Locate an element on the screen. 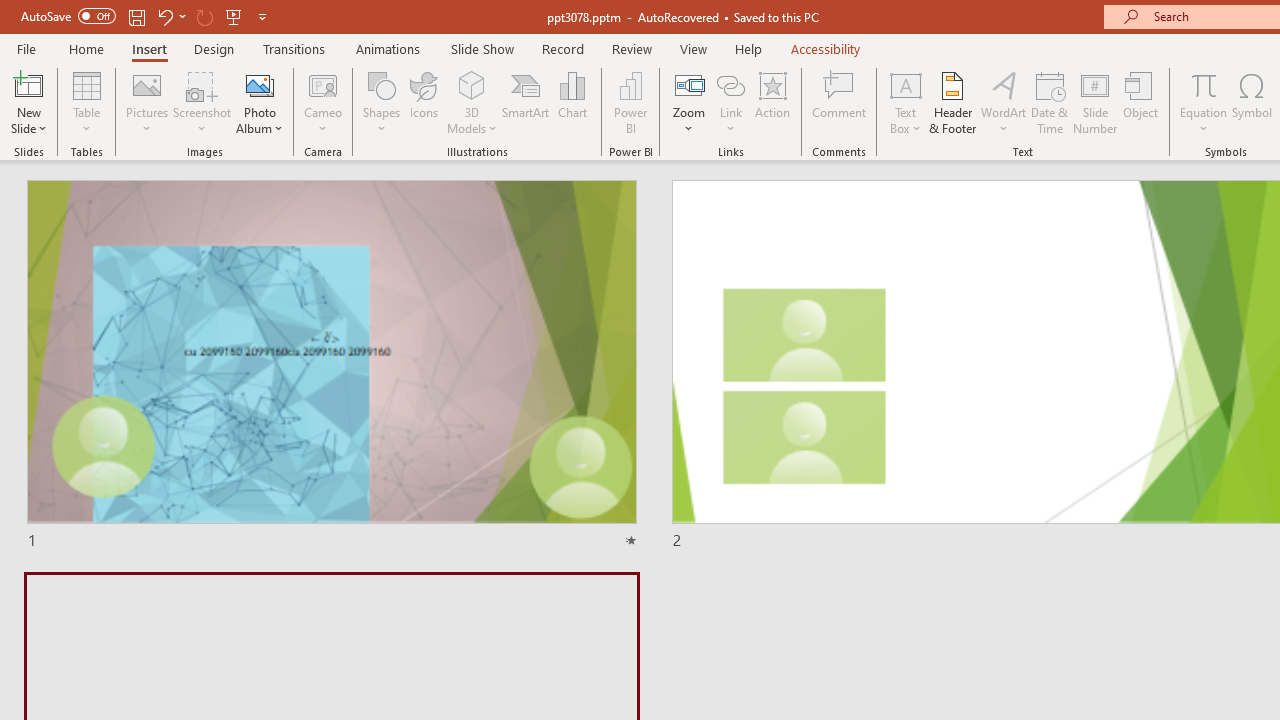 The width and height of the screenshot is (1280, 720). 'Photo Album...' is located at coordinates (258, 103).